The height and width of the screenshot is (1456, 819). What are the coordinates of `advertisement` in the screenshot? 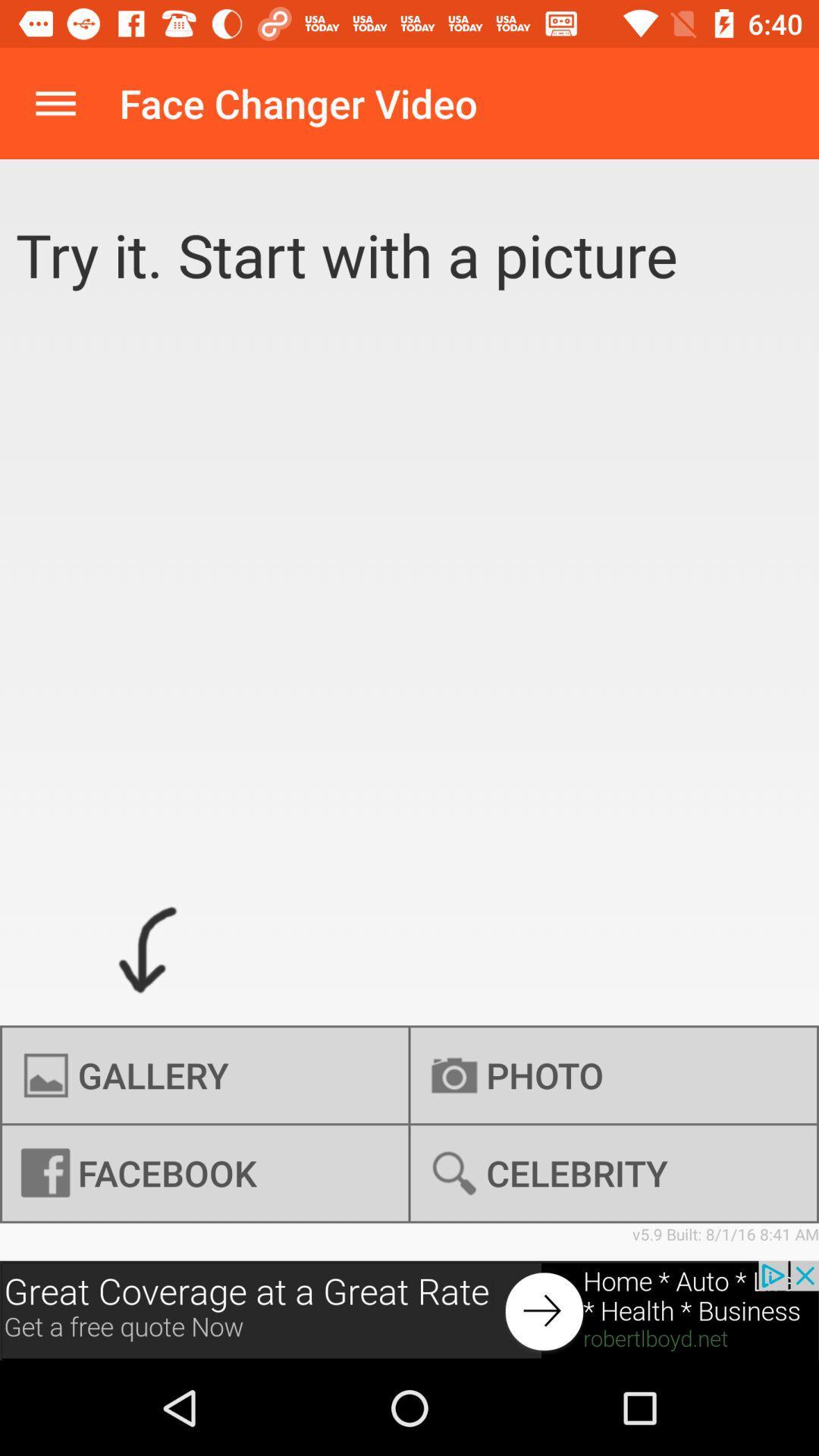 It's located at (409, 1310).